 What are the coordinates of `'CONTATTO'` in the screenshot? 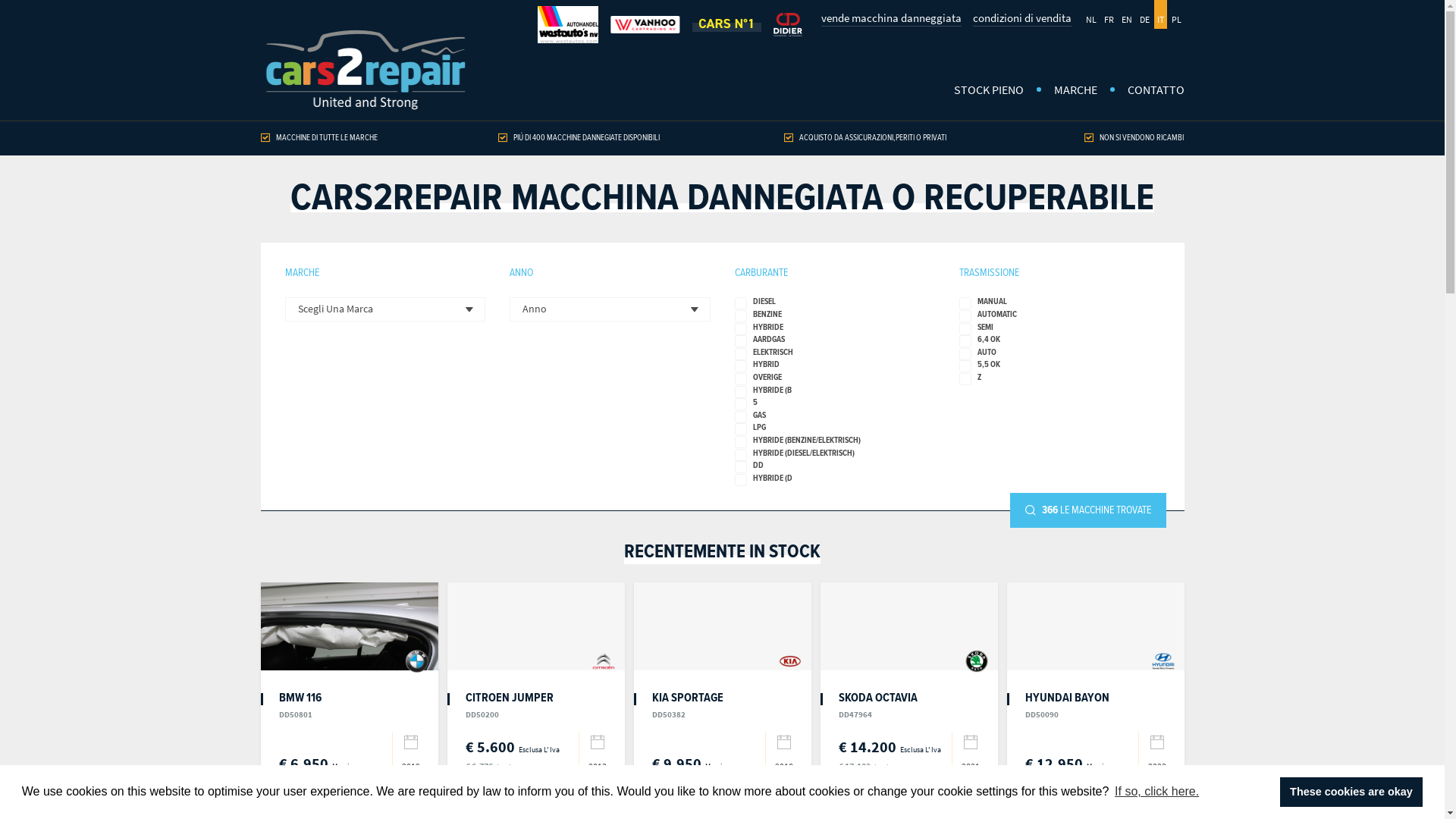 It's located at (1147, 90).